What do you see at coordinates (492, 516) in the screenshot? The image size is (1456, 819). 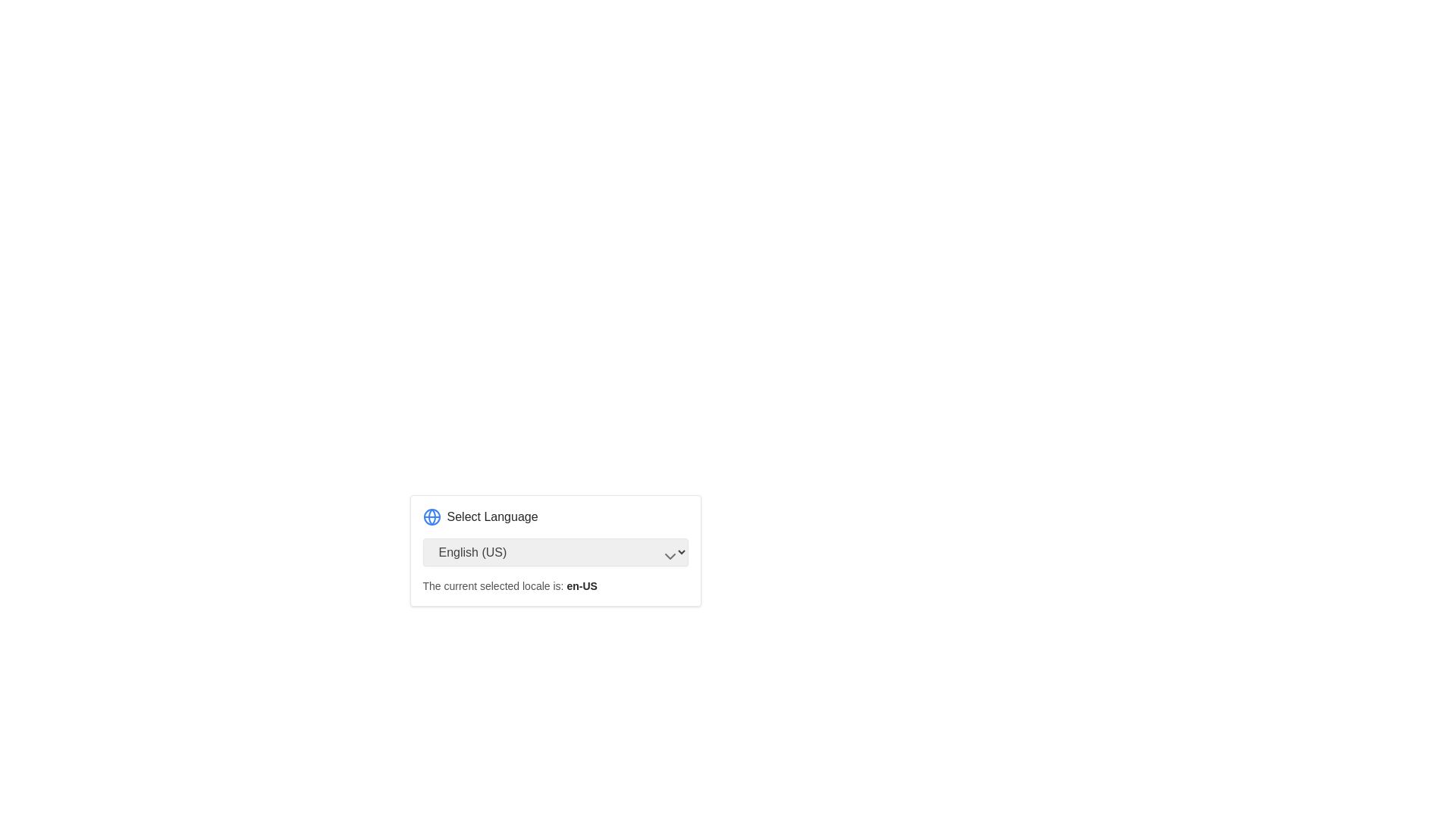 I see `the 'Select Language' static text label, which is styled in dark gray and positioned above the language dropdown field` at bounding box center [492, 516].